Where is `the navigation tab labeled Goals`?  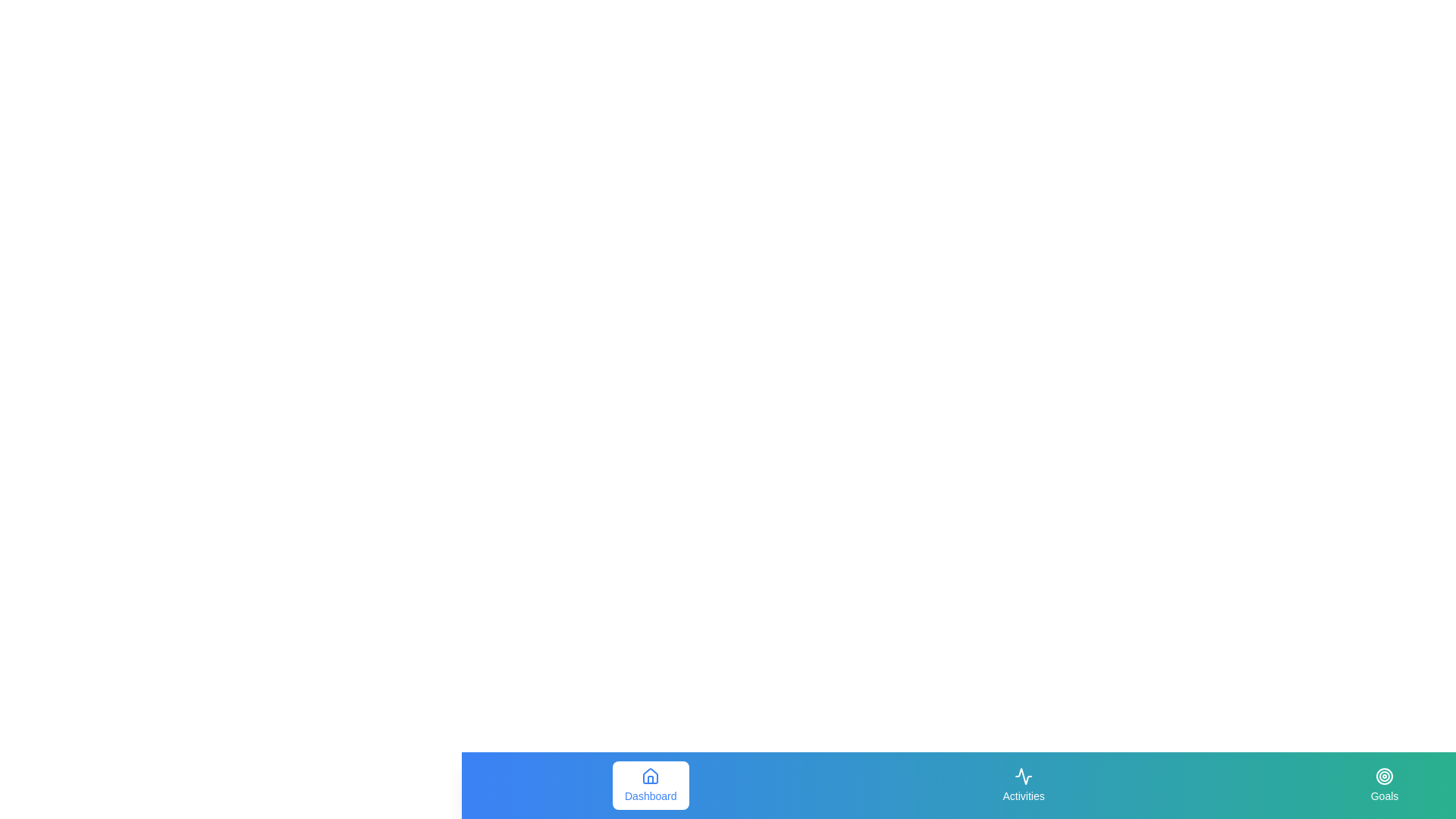 the navigation tab labeled Goals is located at coordinates (1385, 785).